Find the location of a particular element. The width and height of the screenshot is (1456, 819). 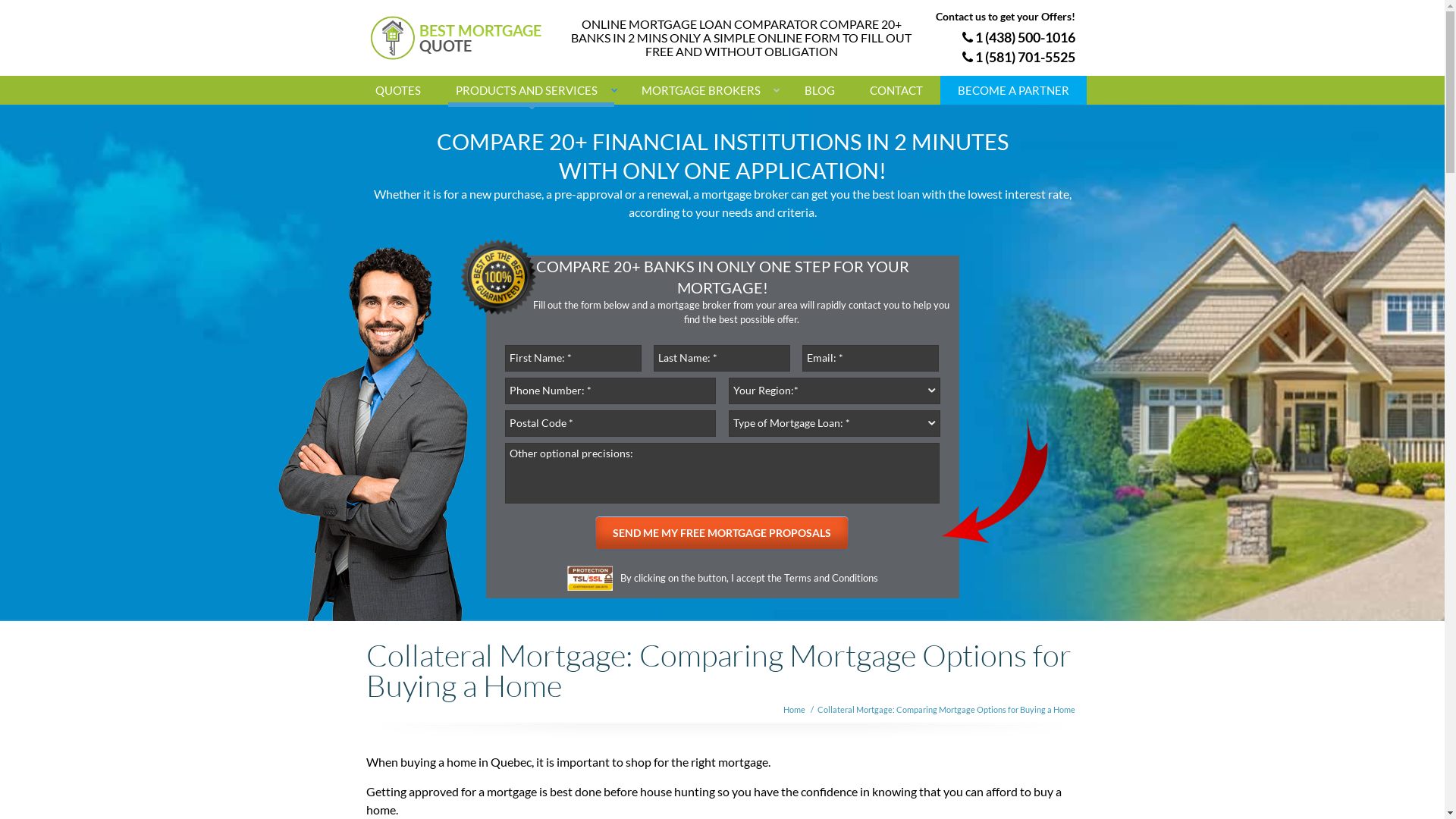

'Terms and Conditions' is located at coordinates (830, 578).